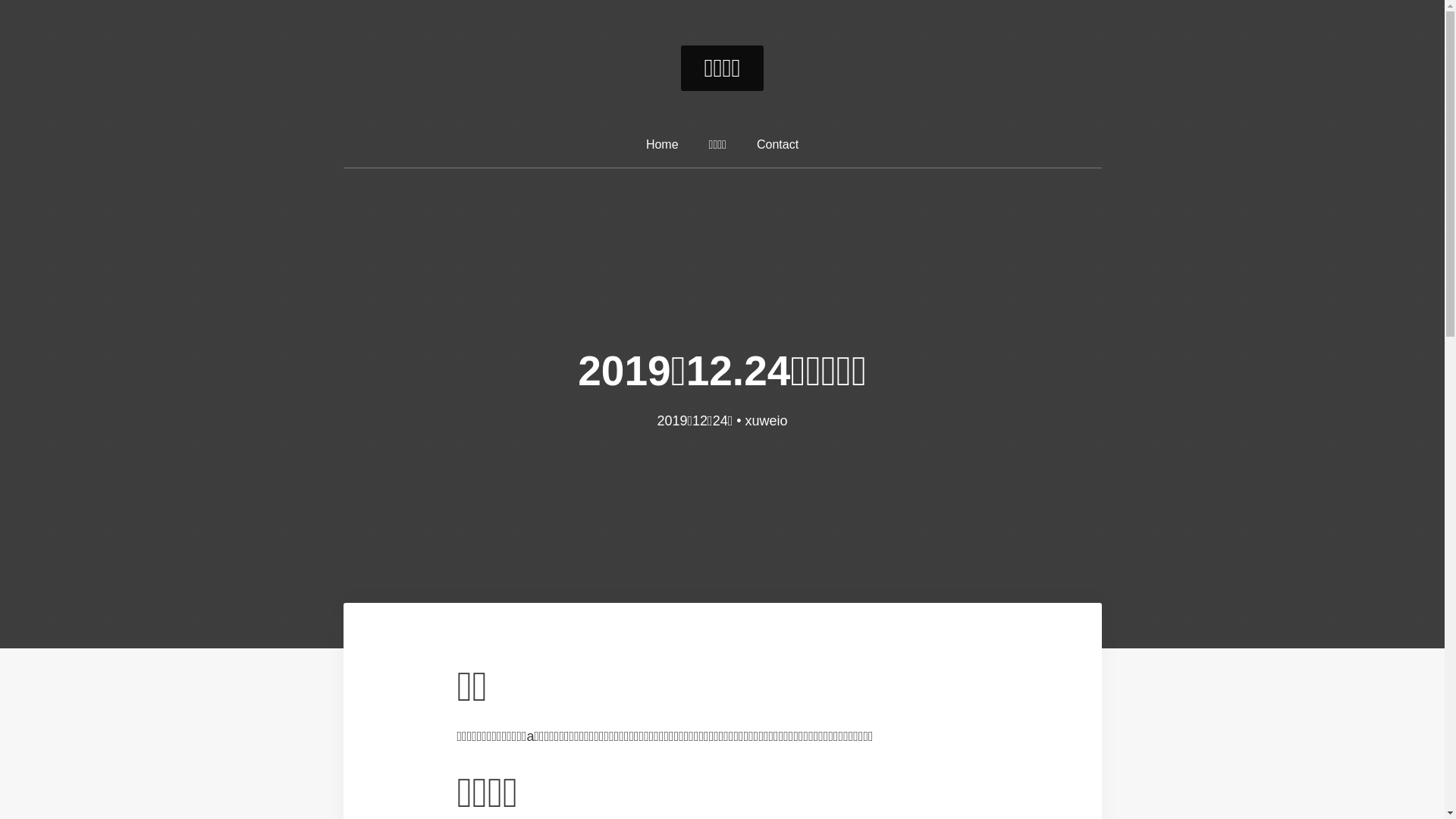 This screenshot has width=1456, height=819. What do you see at coordinates (742, 145) in the screenshot?
I see `'Contact'` at bounding box center [742, 145].